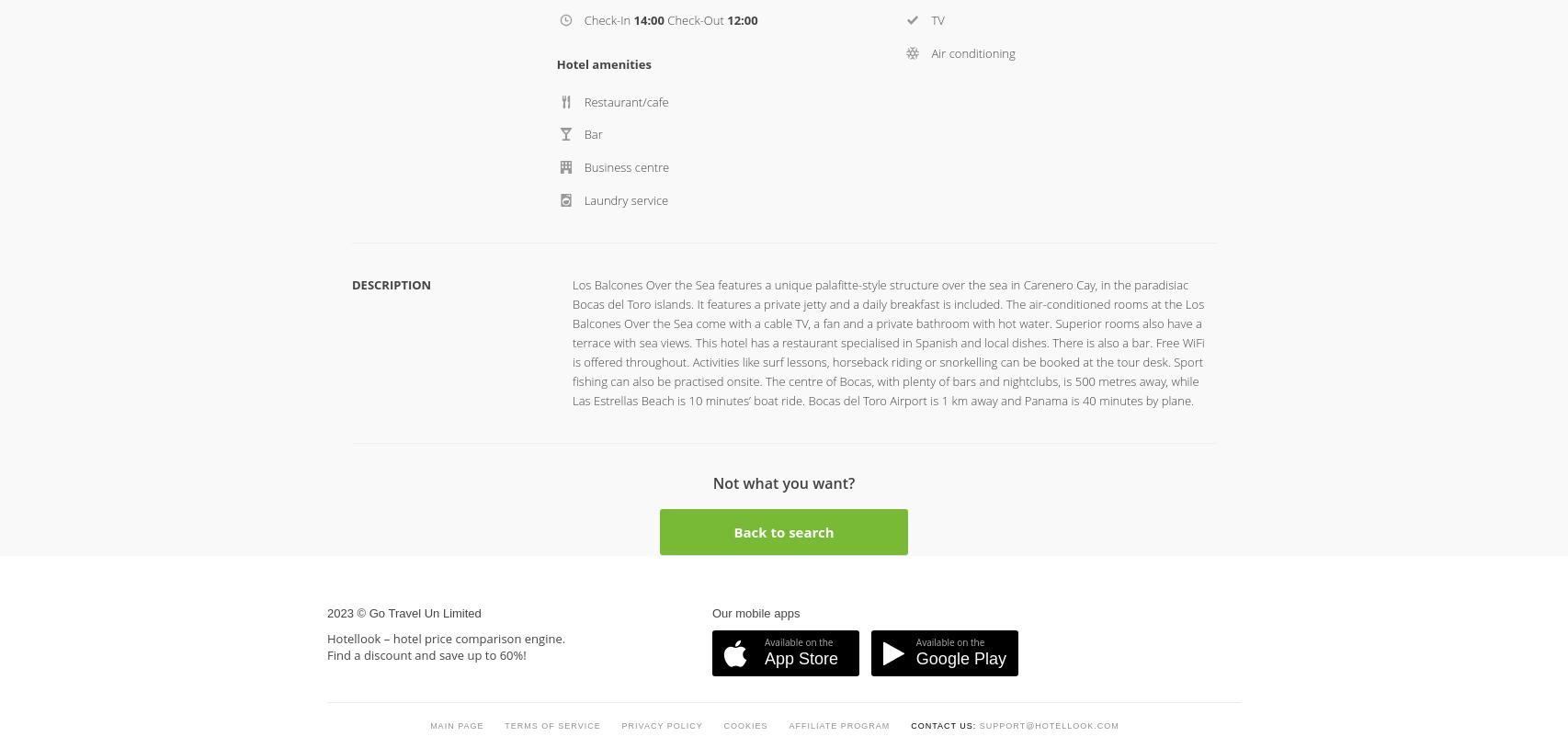  What do you see at coordinates (839, 348) in the screenshot?
I see `'Affiliate program'` at bounding box center [839, 348].